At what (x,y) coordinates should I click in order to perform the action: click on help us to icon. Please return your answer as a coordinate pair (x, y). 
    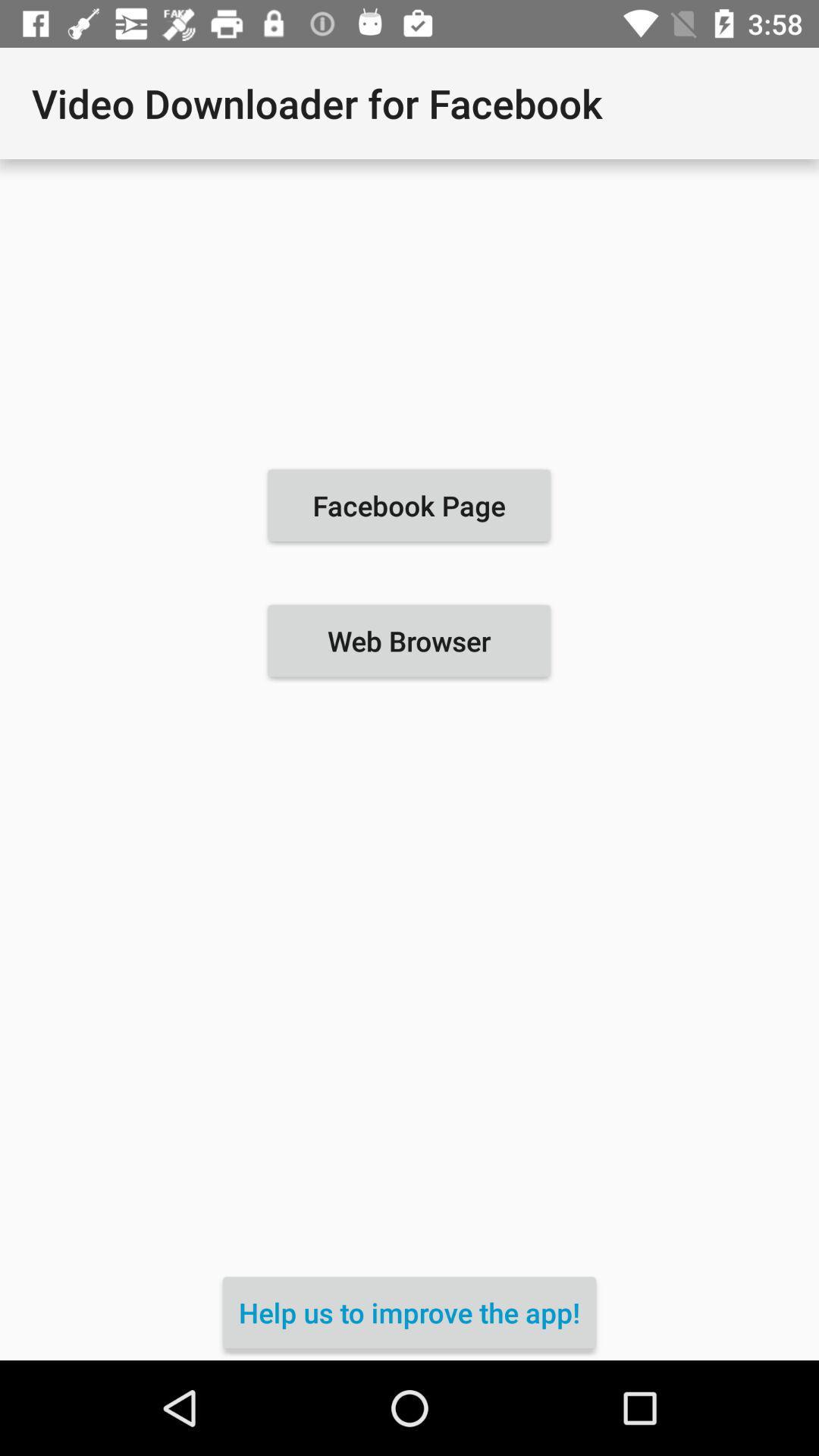
    Looking at the image, I should click on (409, 1312).